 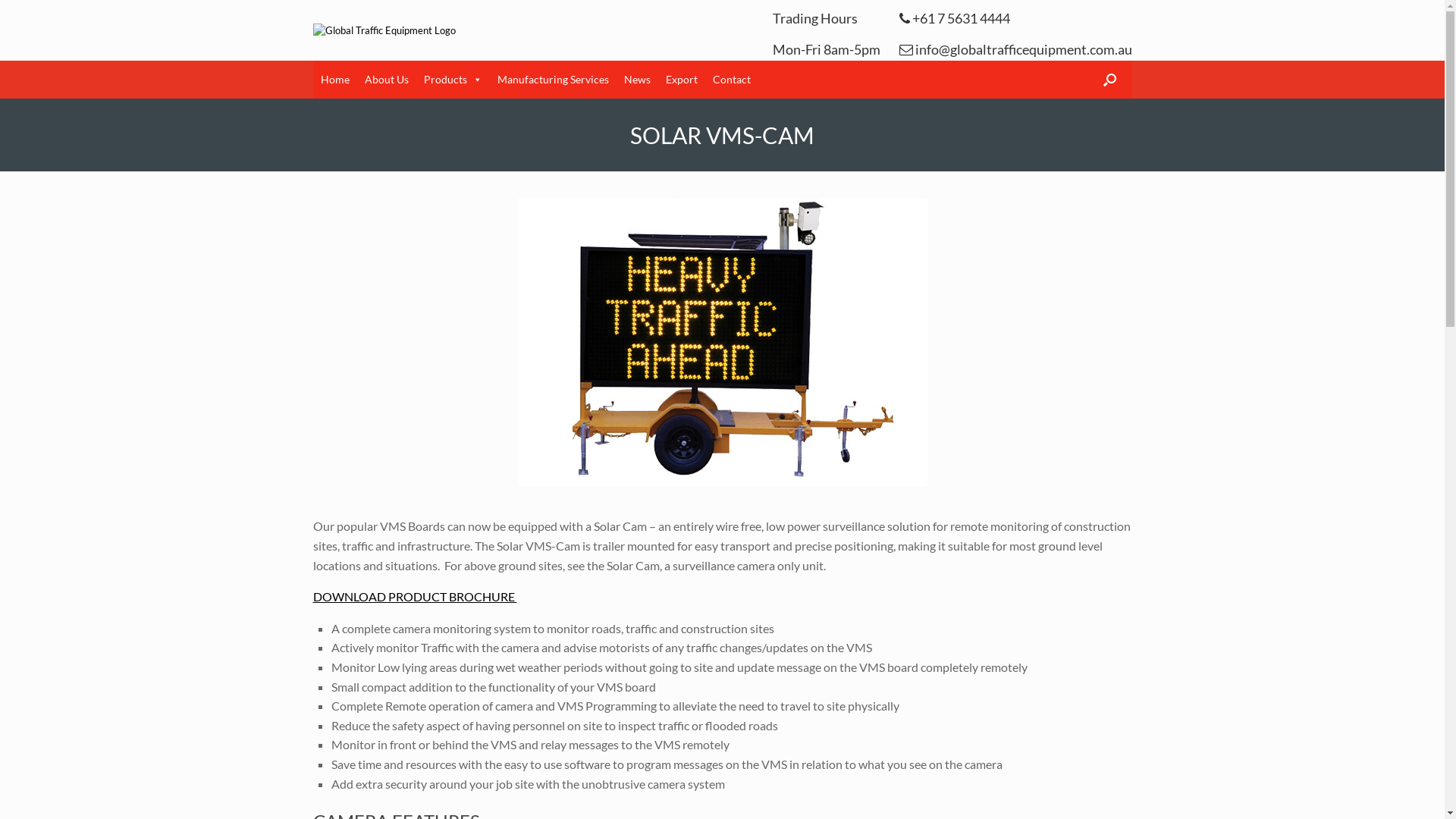 I want to click on 'About Us', so click(x=385, y=79).